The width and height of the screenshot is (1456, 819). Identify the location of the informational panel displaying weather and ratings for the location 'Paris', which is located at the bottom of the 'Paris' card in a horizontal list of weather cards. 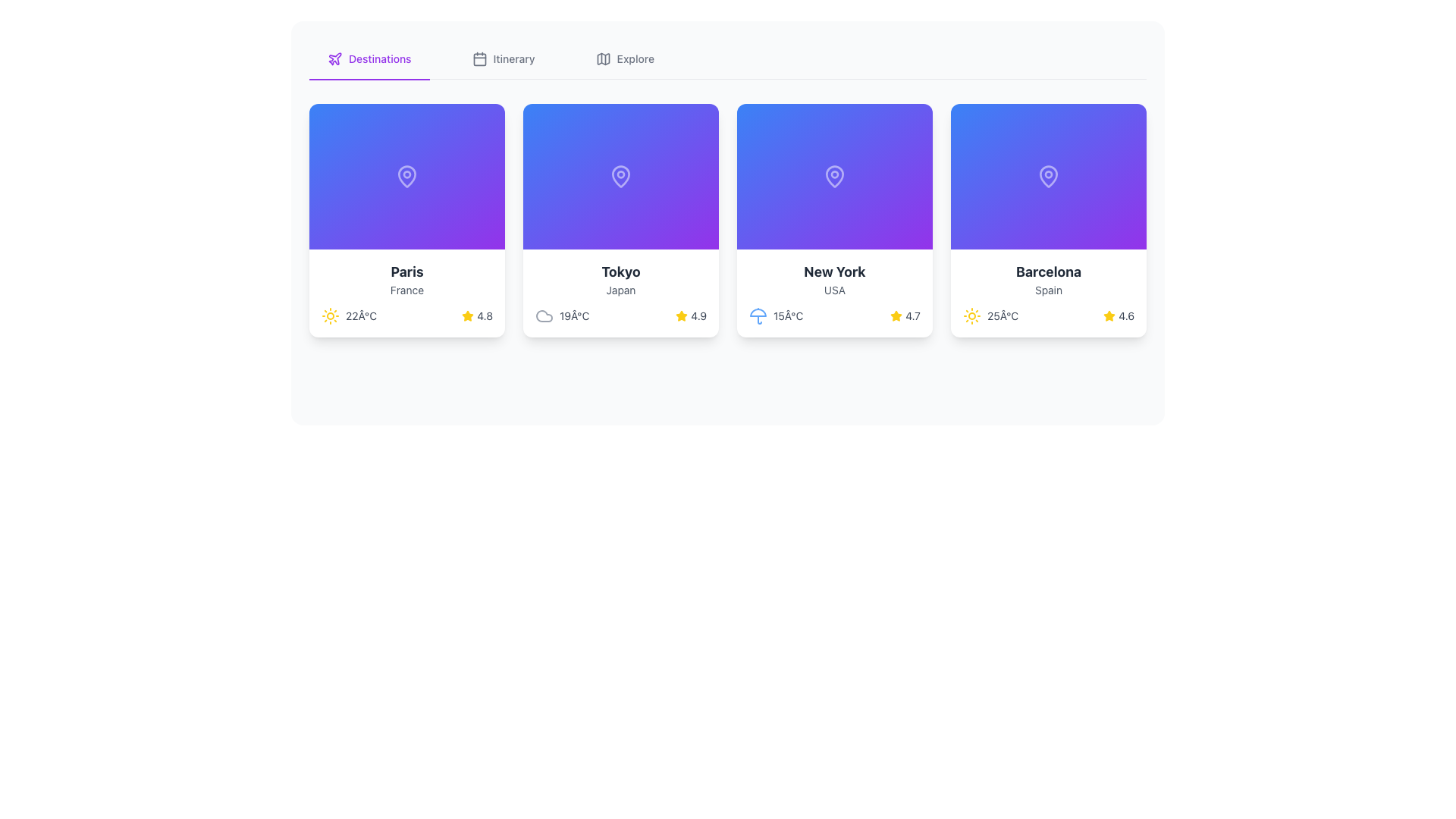
(407, 315).